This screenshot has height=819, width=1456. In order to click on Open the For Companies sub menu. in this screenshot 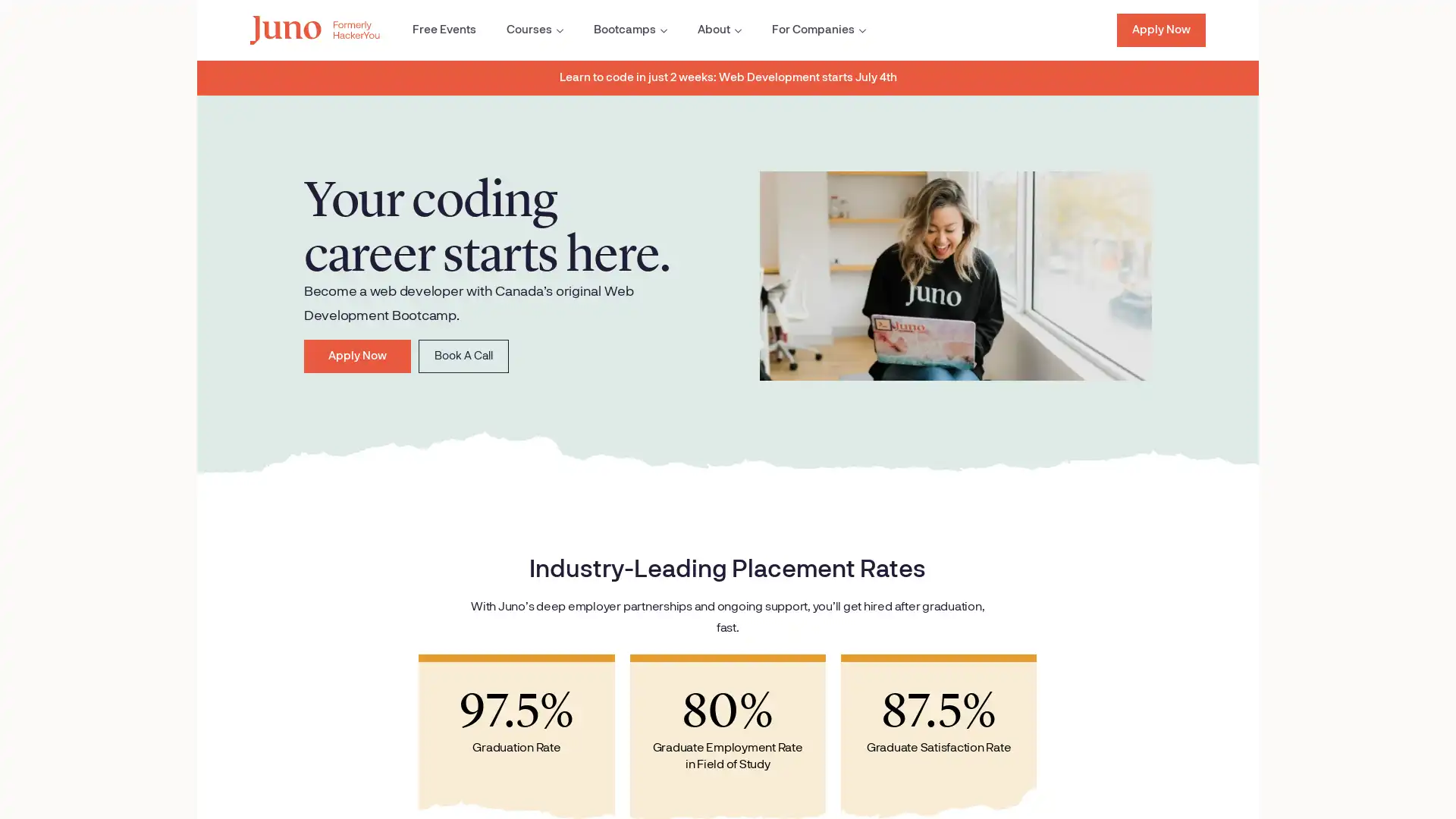, I will do `click(805, 30)`.